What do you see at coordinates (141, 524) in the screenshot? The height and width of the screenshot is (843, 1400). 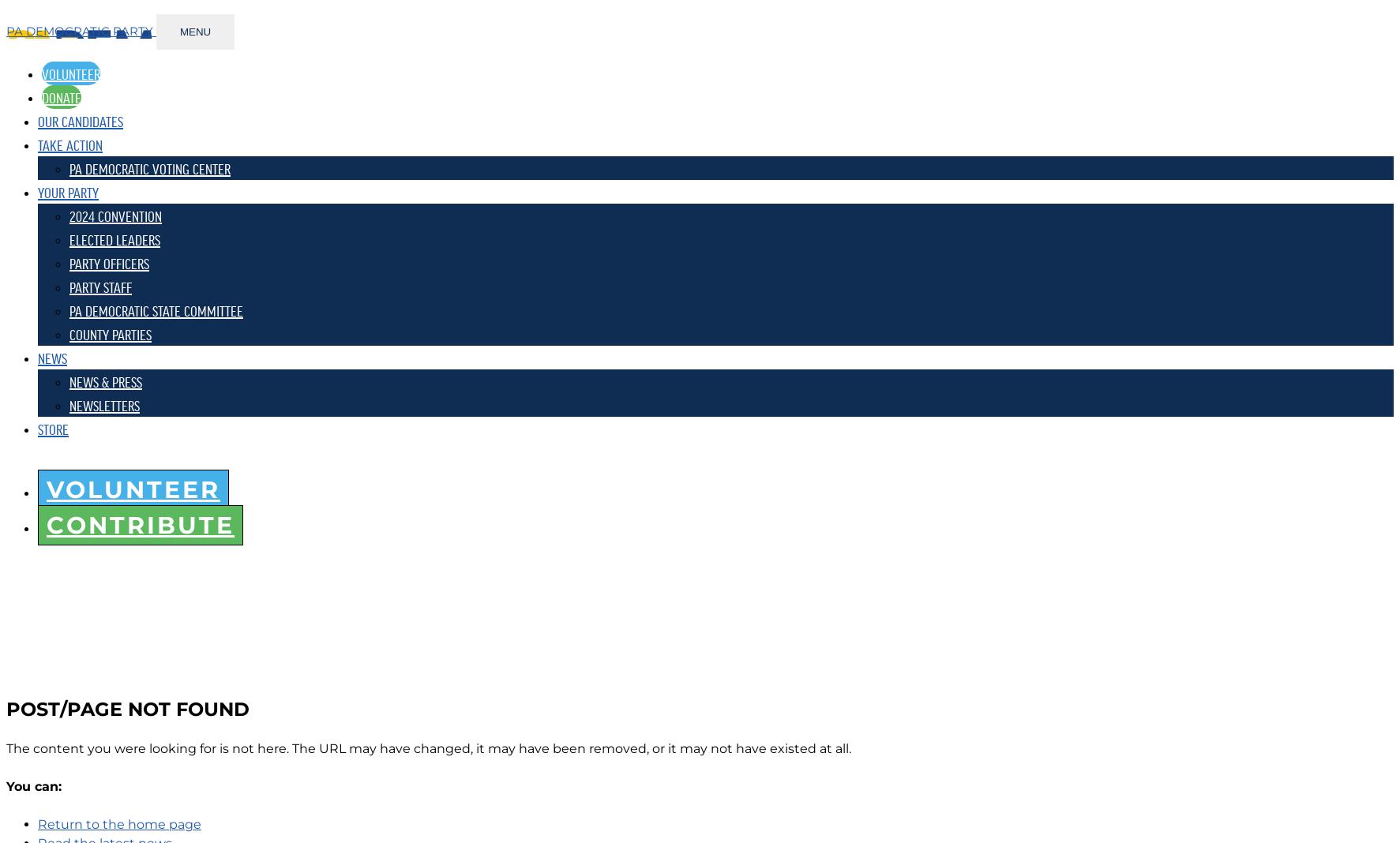 I see `'Contribute'` at bounding box center [141, 524].